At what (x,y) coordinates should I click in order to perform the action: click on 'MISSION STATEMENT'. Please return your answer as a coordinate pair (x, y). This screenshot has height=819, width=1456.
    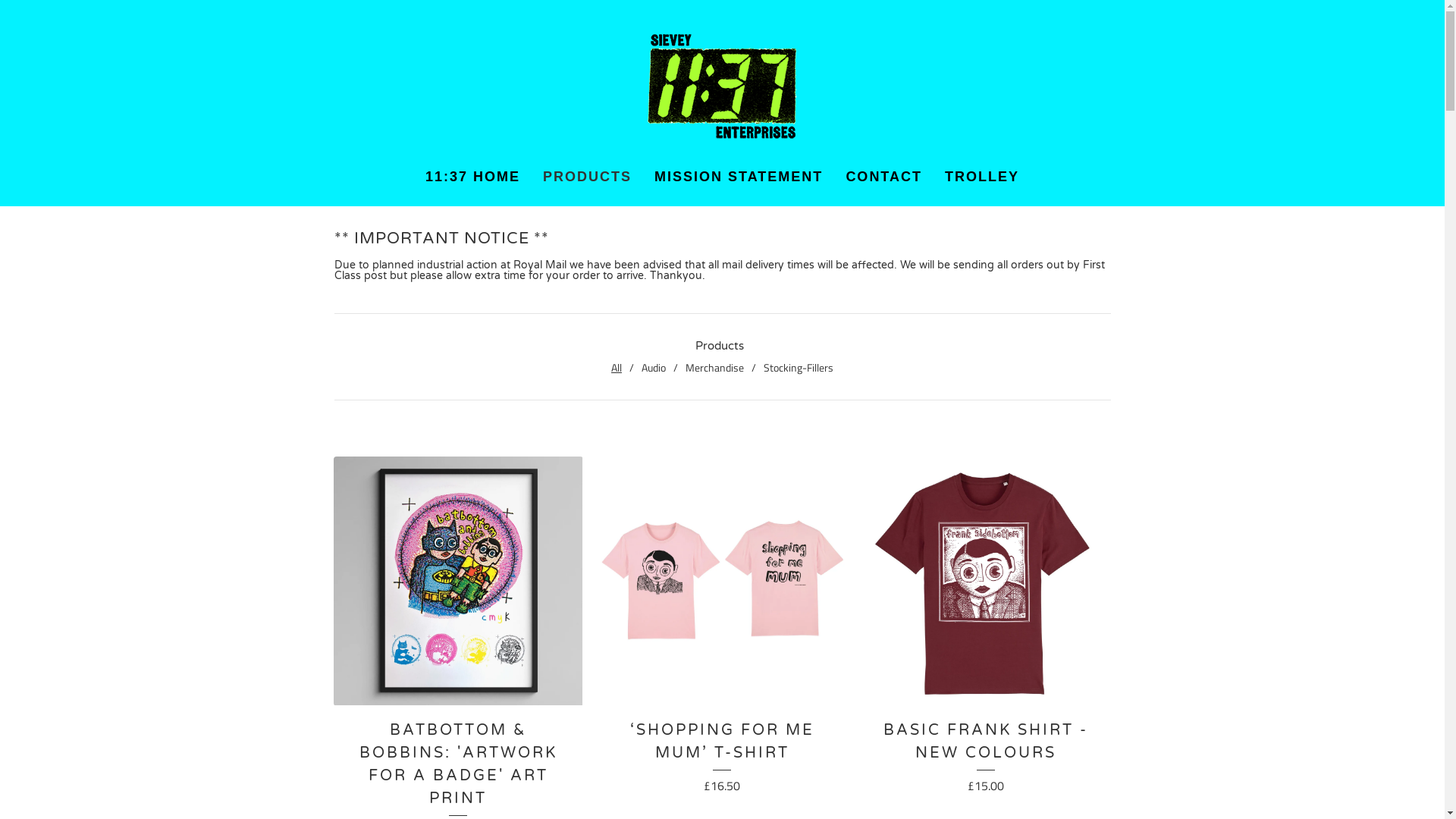
    Looking at the image, I should click on (739, 175).